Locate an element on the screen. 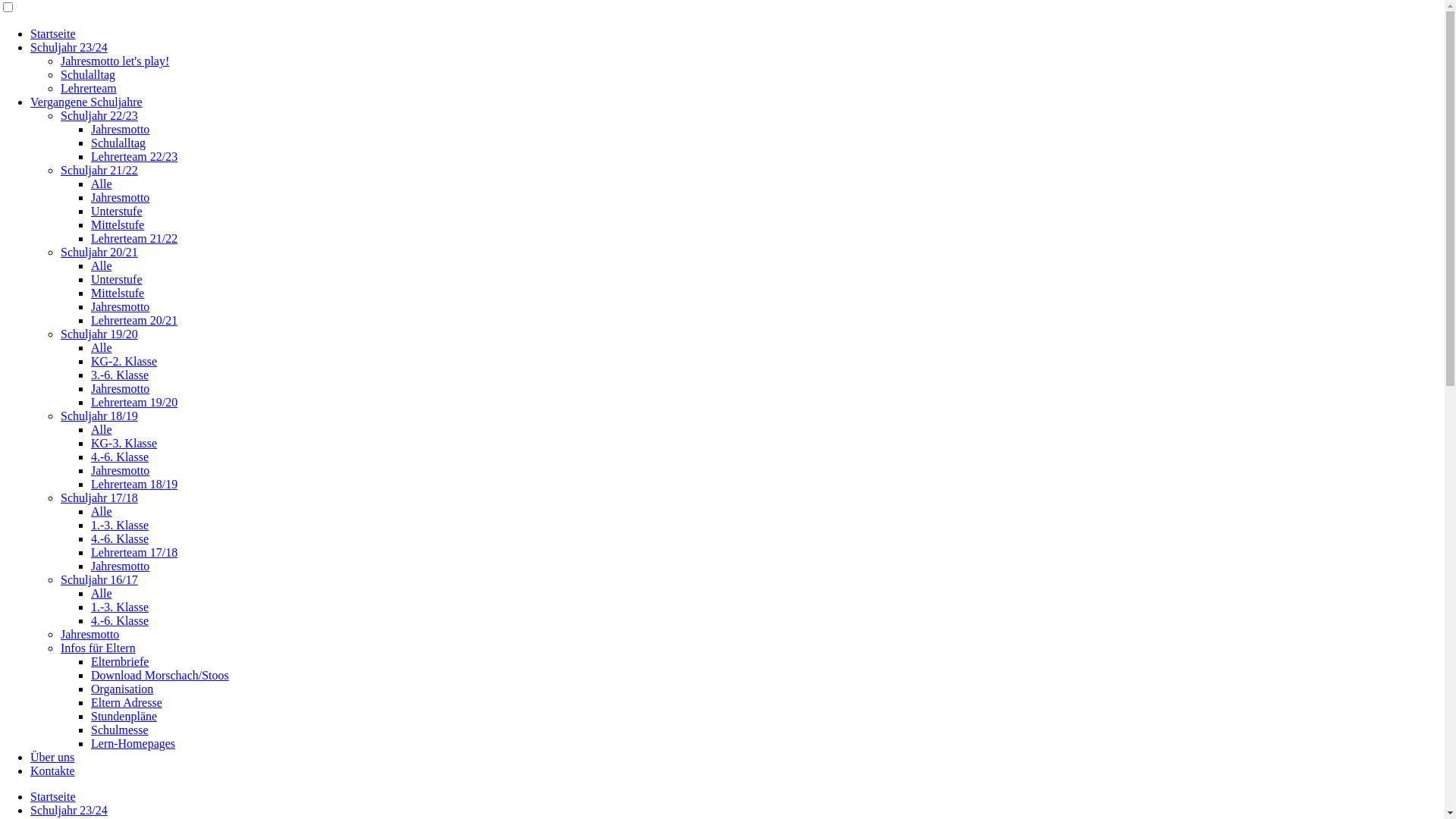 This screenshot has width=1456, height=819. 'Mittelstufe' is located at coordinates (116, 224).